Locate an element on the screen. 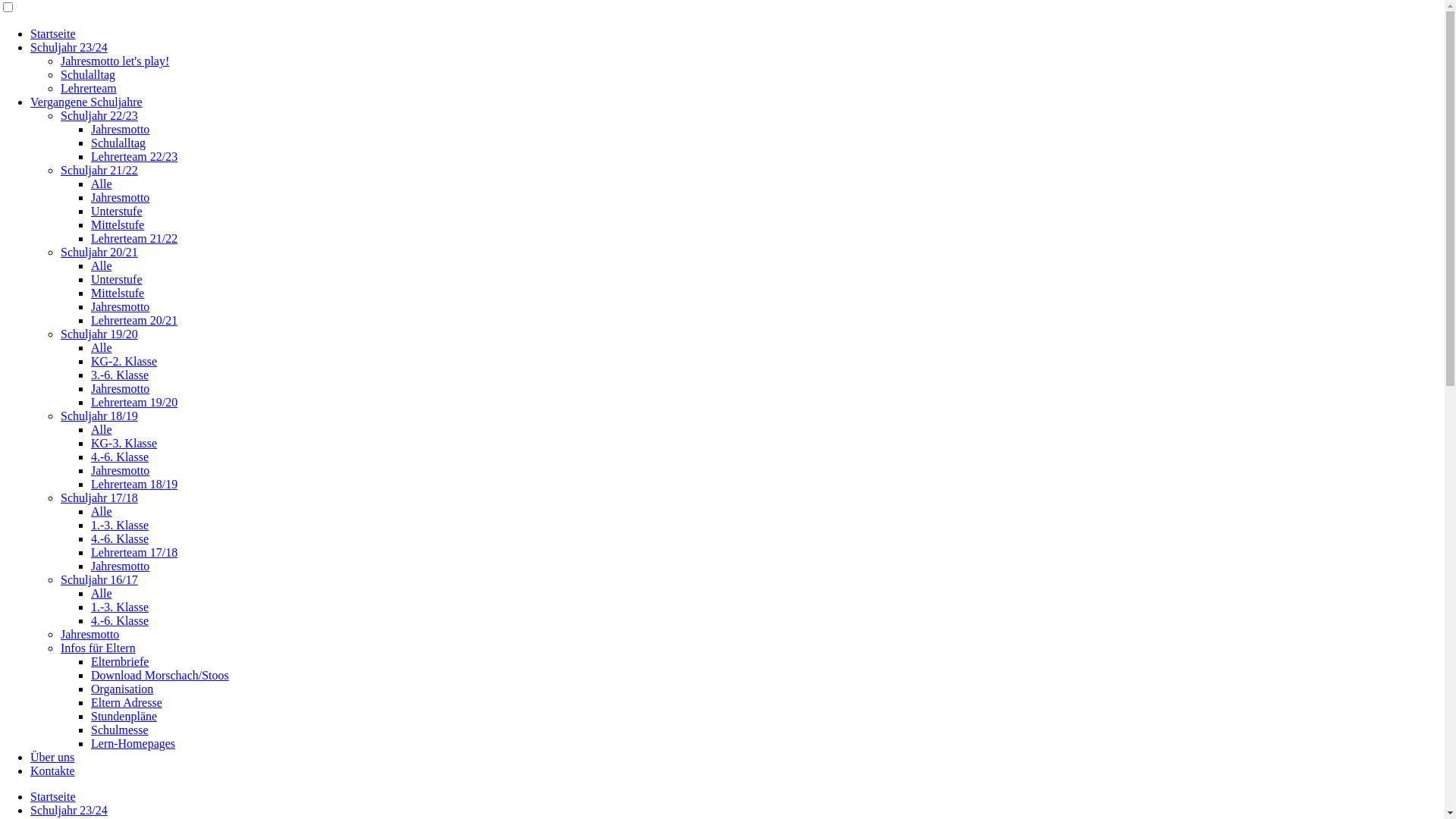 This screenshot has width=1456, height=819. 'Mittelstufe' is located at coordinates (116, 224).